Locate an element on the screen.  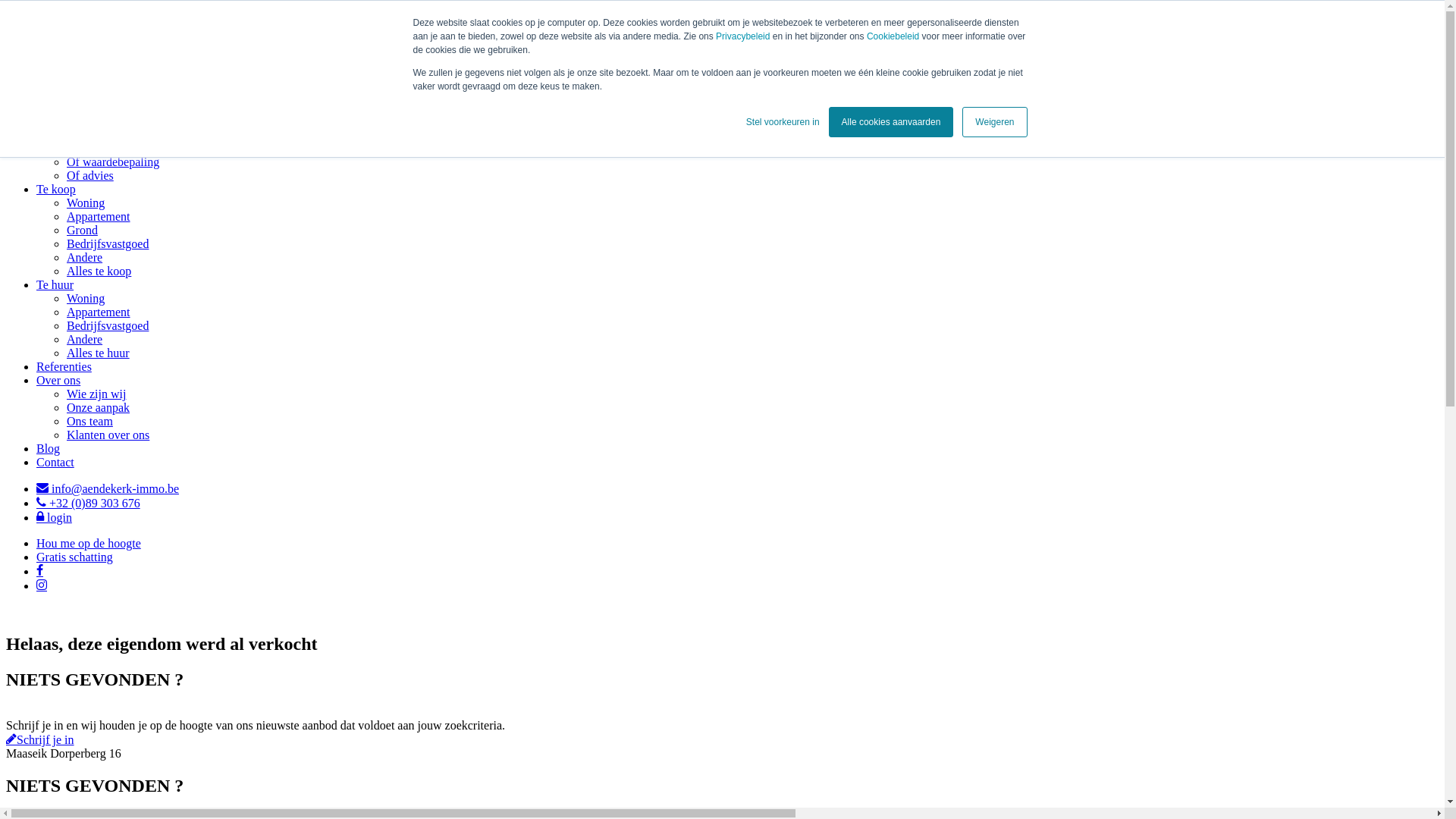
'Onze aanpak' is located at coordinates (97, 406).